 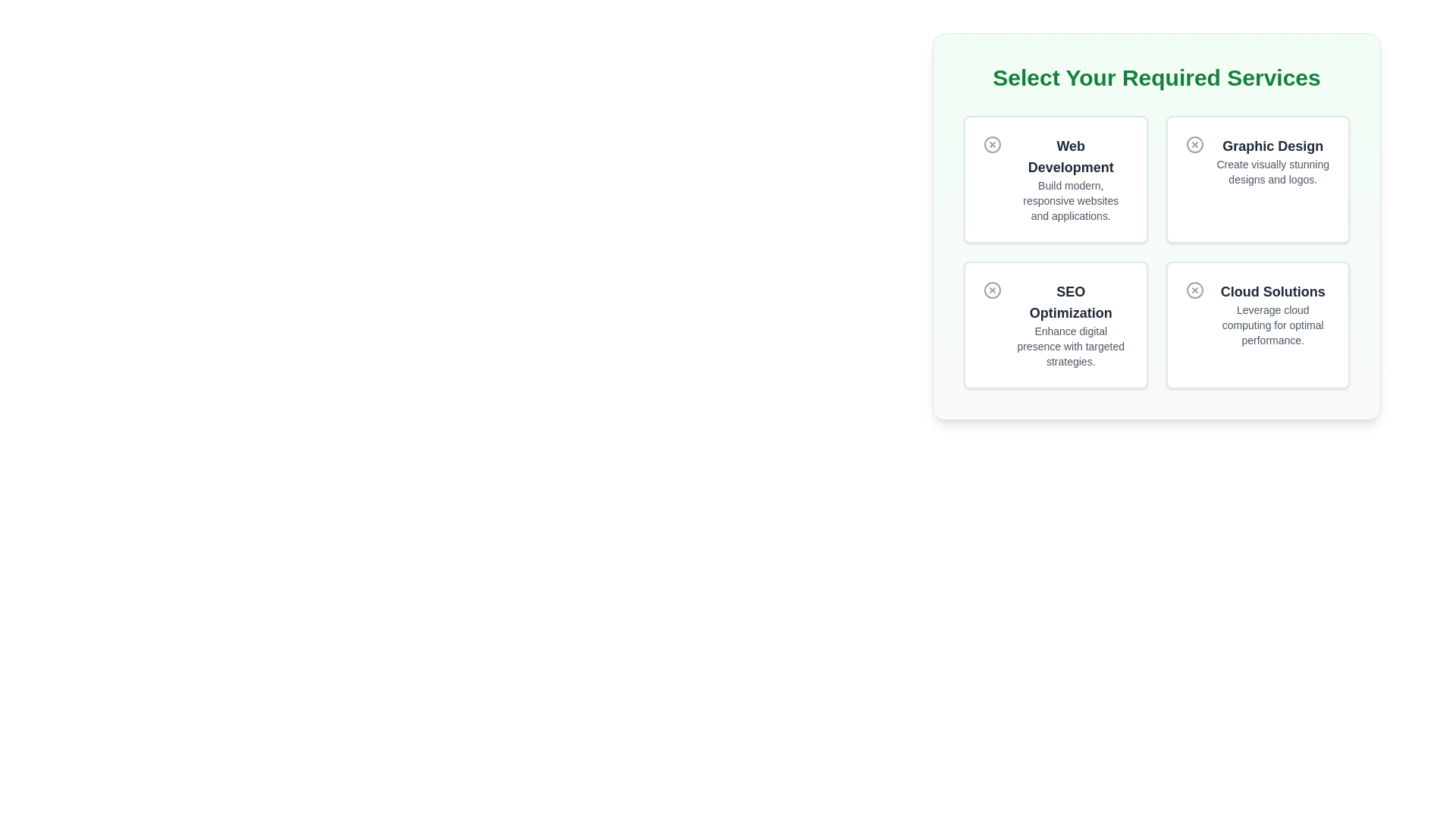 I want to click on the button located in the top left corner of the 'Cloud Solutions' card in the bottom-right of a 2x2 grid layout, so click(x=1194, y=290).